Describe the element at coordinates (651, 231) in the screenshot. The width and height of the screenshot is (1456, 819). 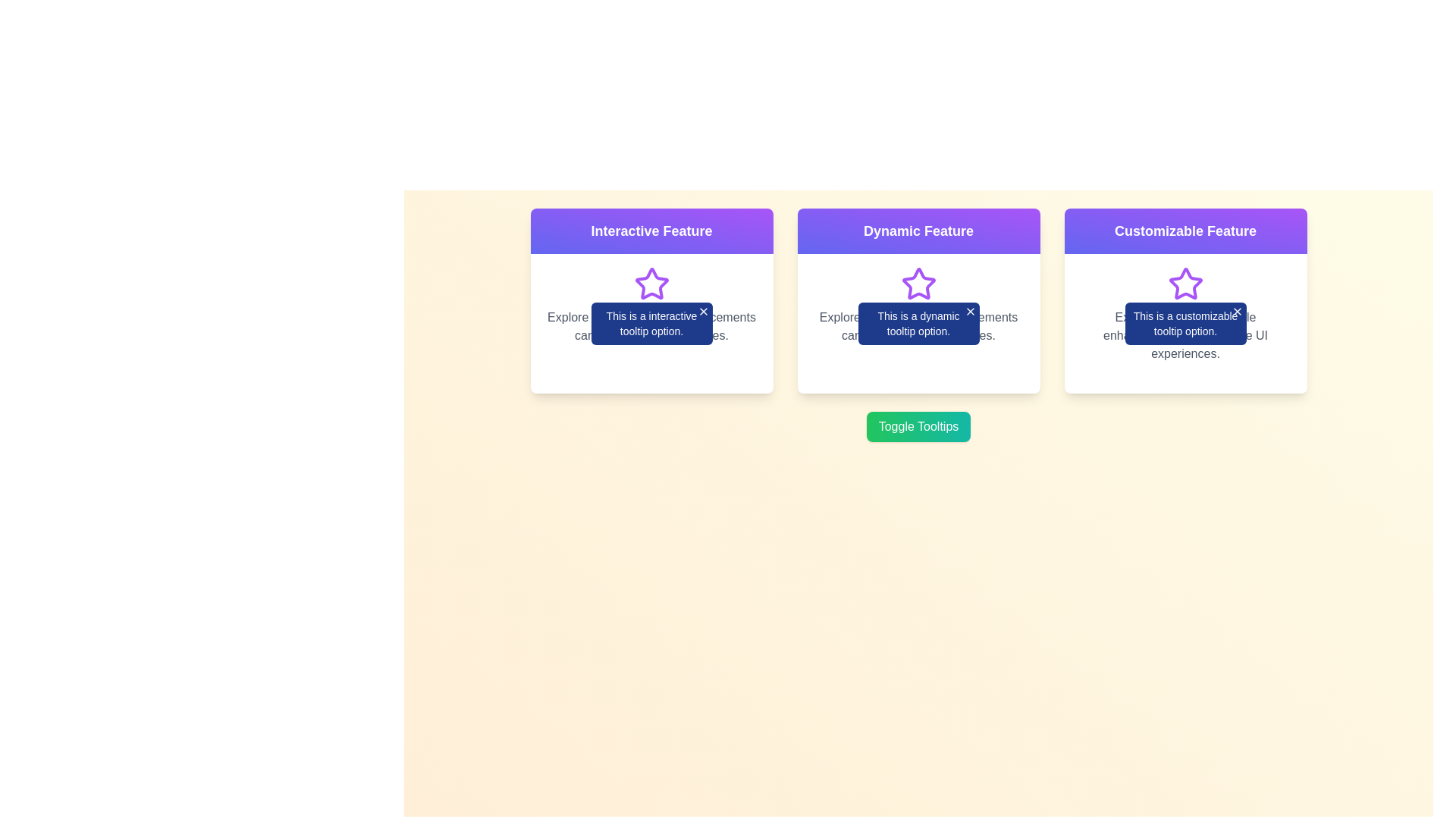
I see `the text label displaying 'Interactive Feature' which is located at the top-center of the first card in a horizontal row of three cards, with a vivid gradient background` at that location.